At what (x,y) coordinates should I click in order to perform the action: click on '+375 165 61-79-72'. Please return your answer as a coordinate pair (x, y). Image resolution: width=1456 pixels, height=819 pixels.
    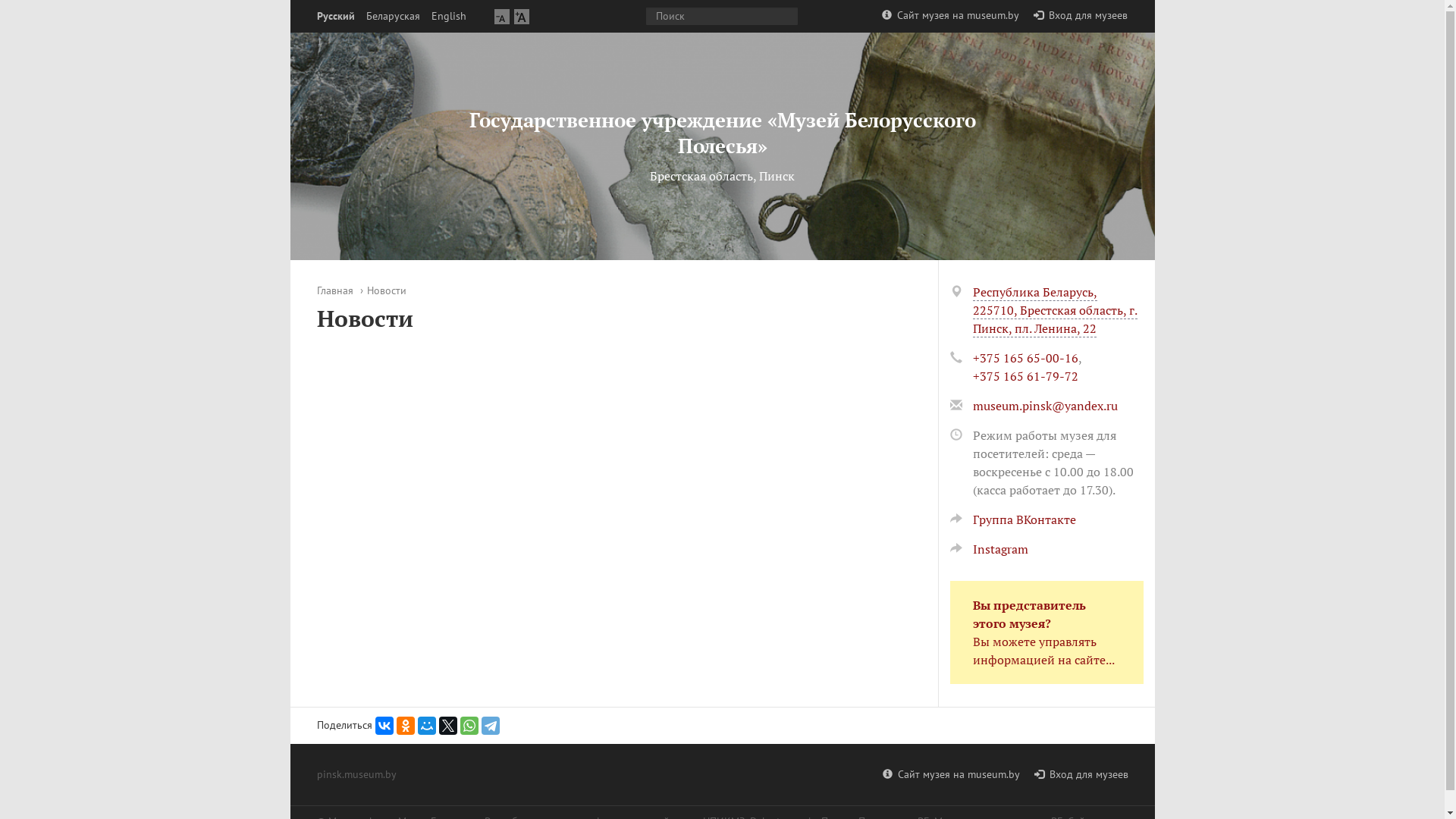
    Looking at the image, I should click on (1025, 375).